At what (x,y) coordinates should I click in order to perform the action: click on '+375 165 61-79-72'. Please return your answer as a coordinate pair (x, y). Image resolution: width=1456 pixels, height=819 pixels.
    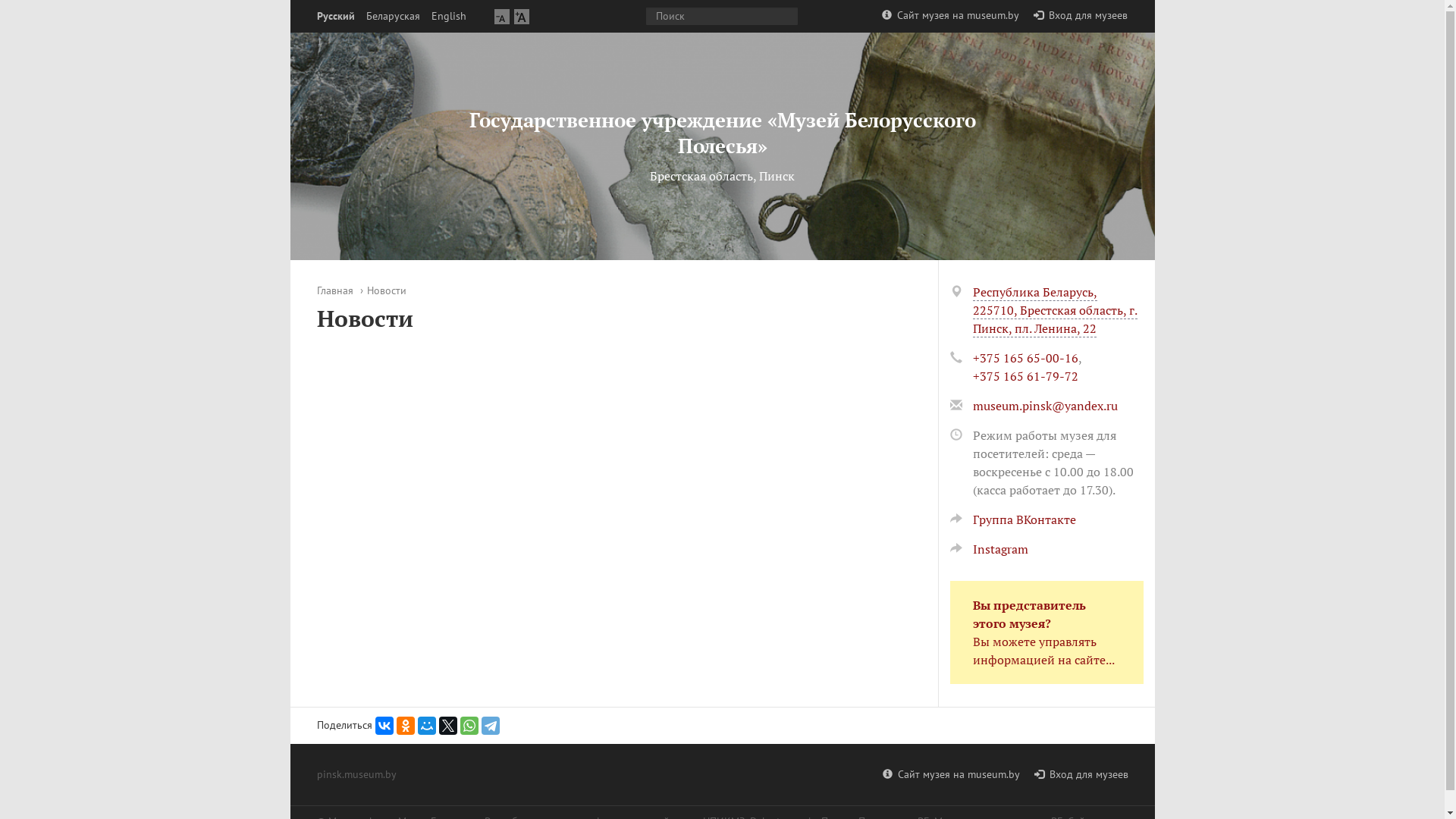
    Looking at the image, I should click on (1025, 375).